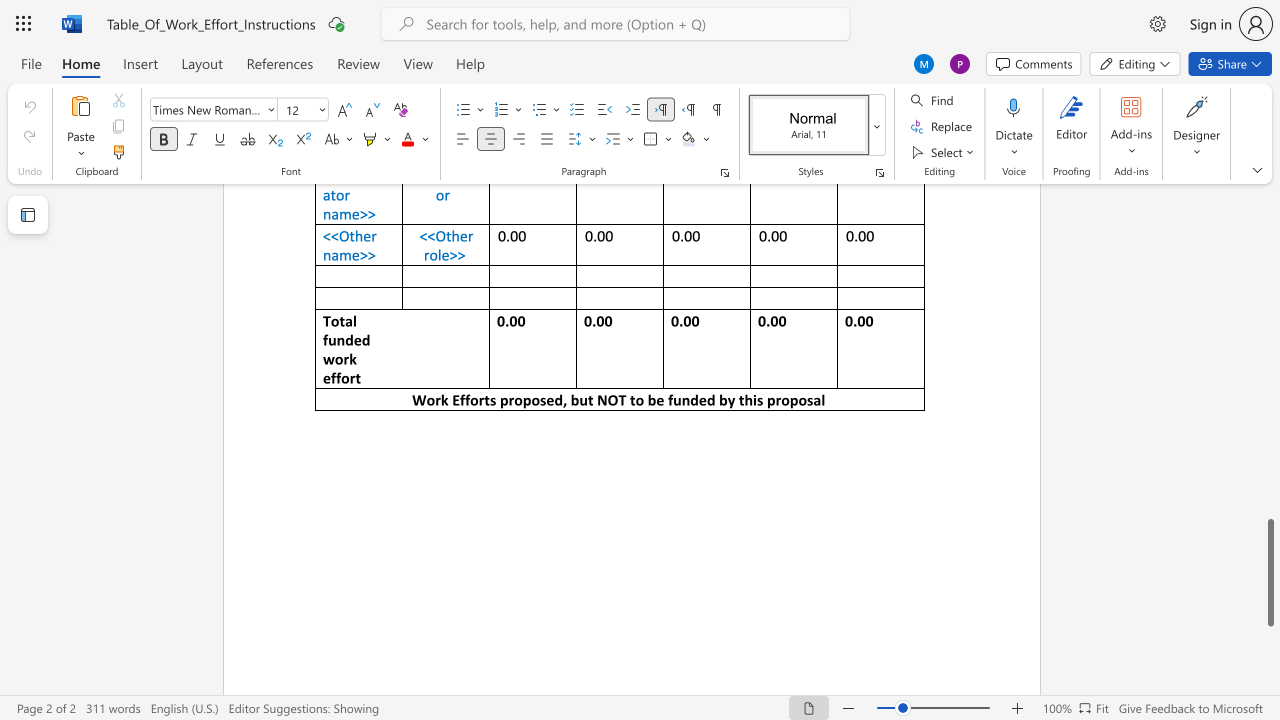 Image resolution: width=1280 pixels, height=720 pixels. I want to click on the scrollbar, so click(1269, 360).